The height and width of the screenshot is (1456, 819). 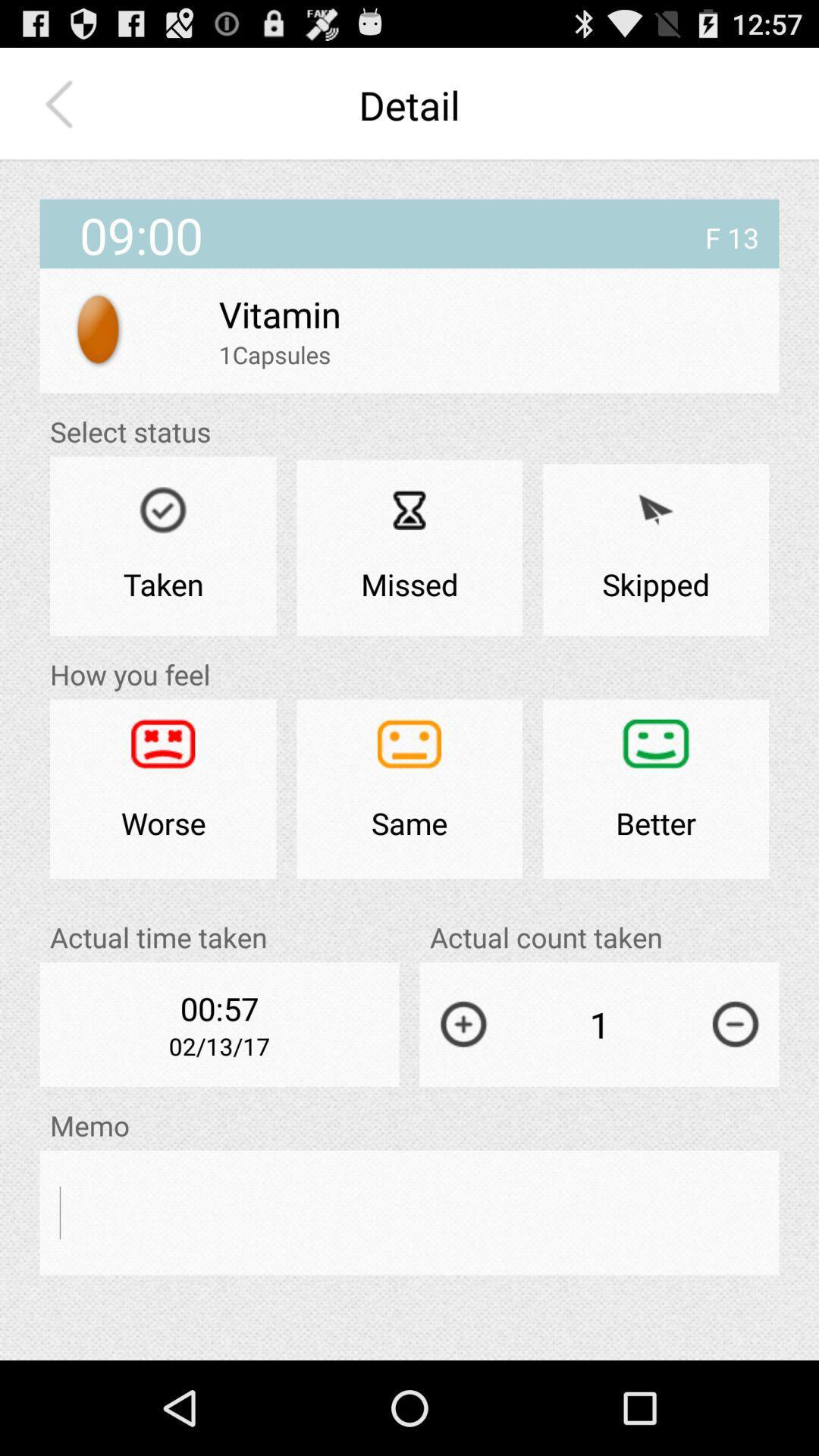 What do you see at coordinates (163, 789) in the screenshot?
I see `icon above the actual time taken app` at bounding box center [163, 789].